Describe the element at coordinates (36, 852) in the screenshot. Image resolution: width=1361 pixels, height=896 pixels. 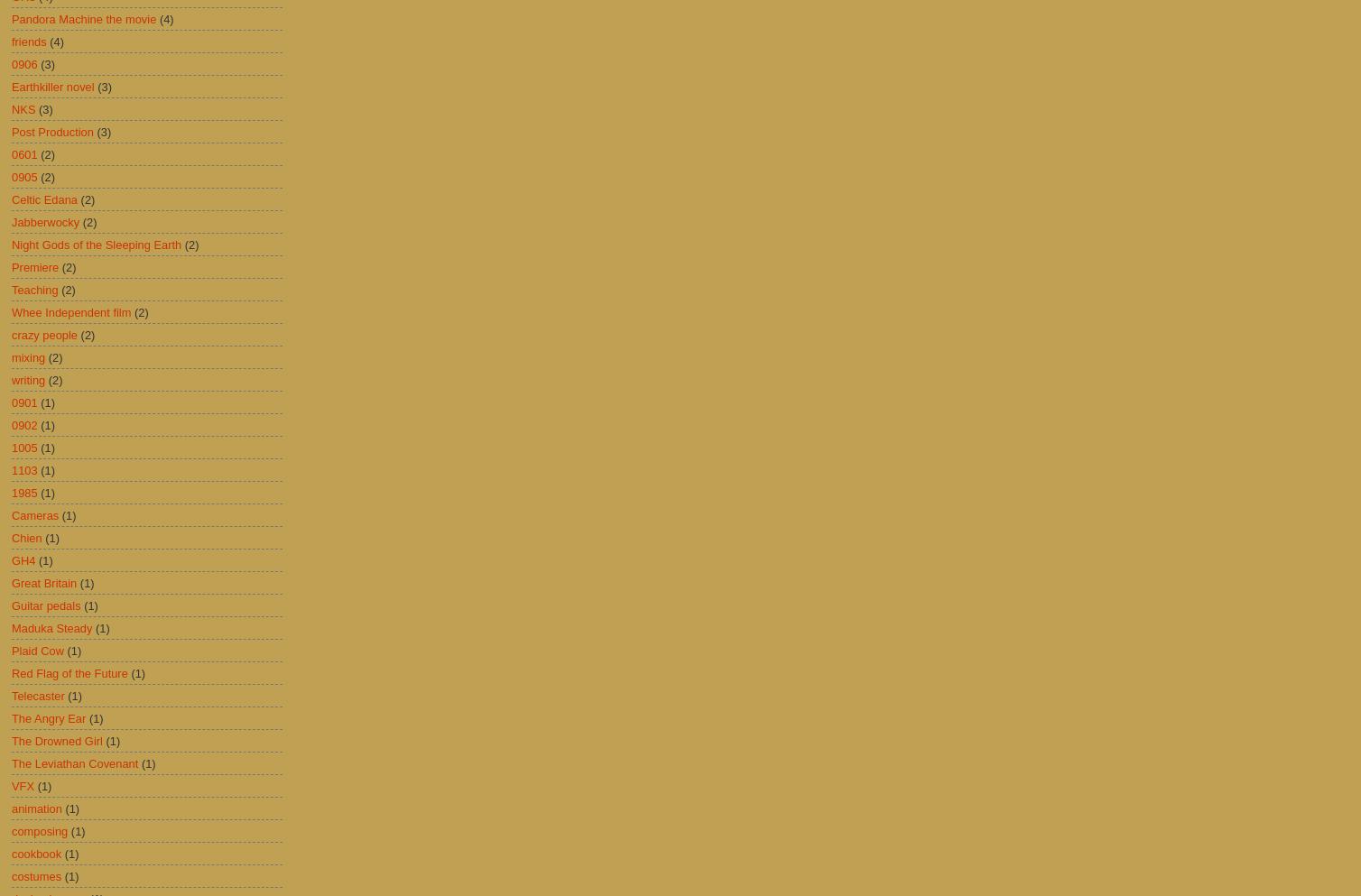
I see `'cookbook'` at that location.